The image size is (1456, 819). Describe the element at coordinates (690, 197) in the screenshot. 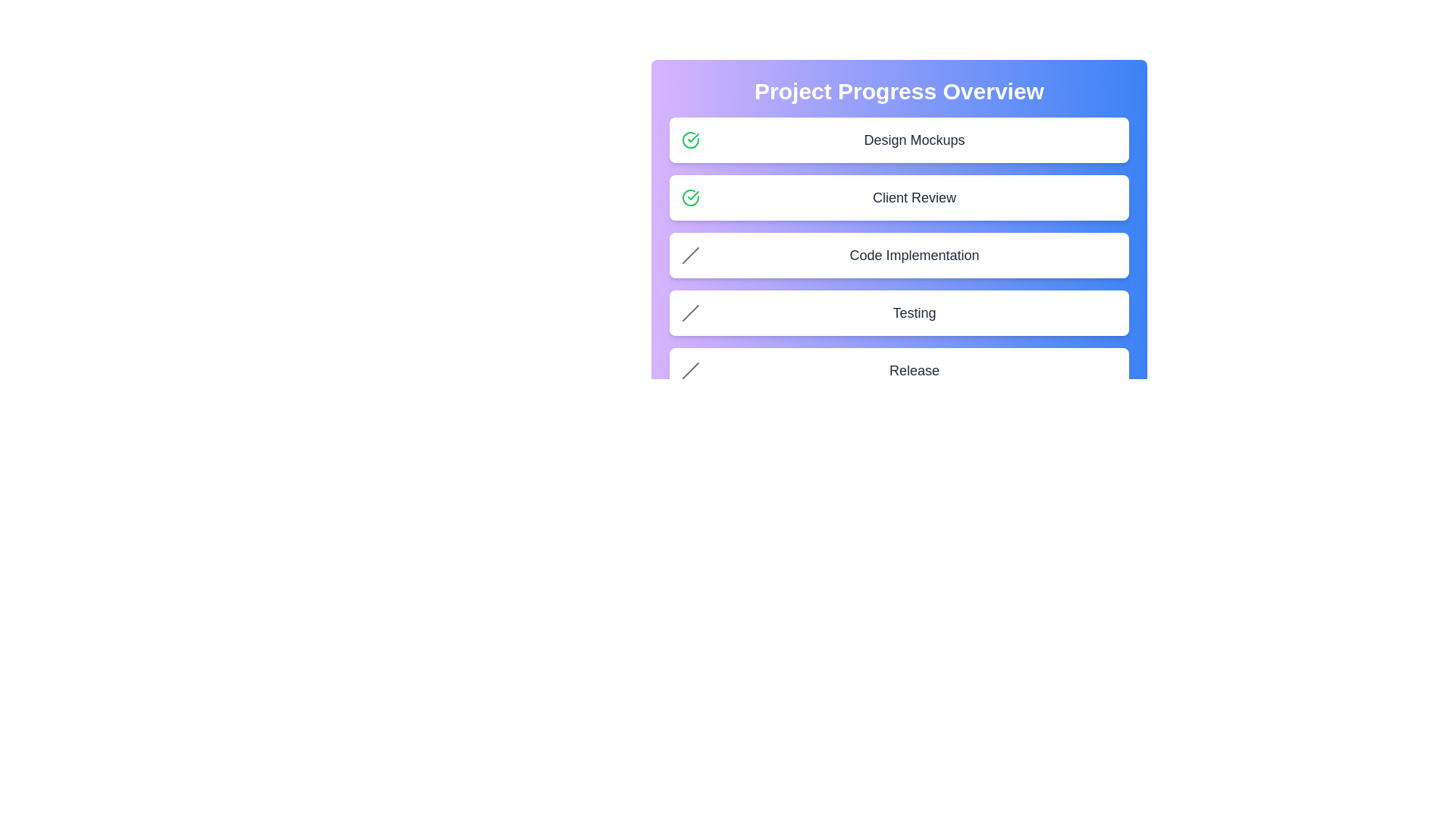

I see `the status indicator icon for 'Client Review', which marks the task as completed and is located on the left side of the 'Client Review' row in the checklist card` at that location.